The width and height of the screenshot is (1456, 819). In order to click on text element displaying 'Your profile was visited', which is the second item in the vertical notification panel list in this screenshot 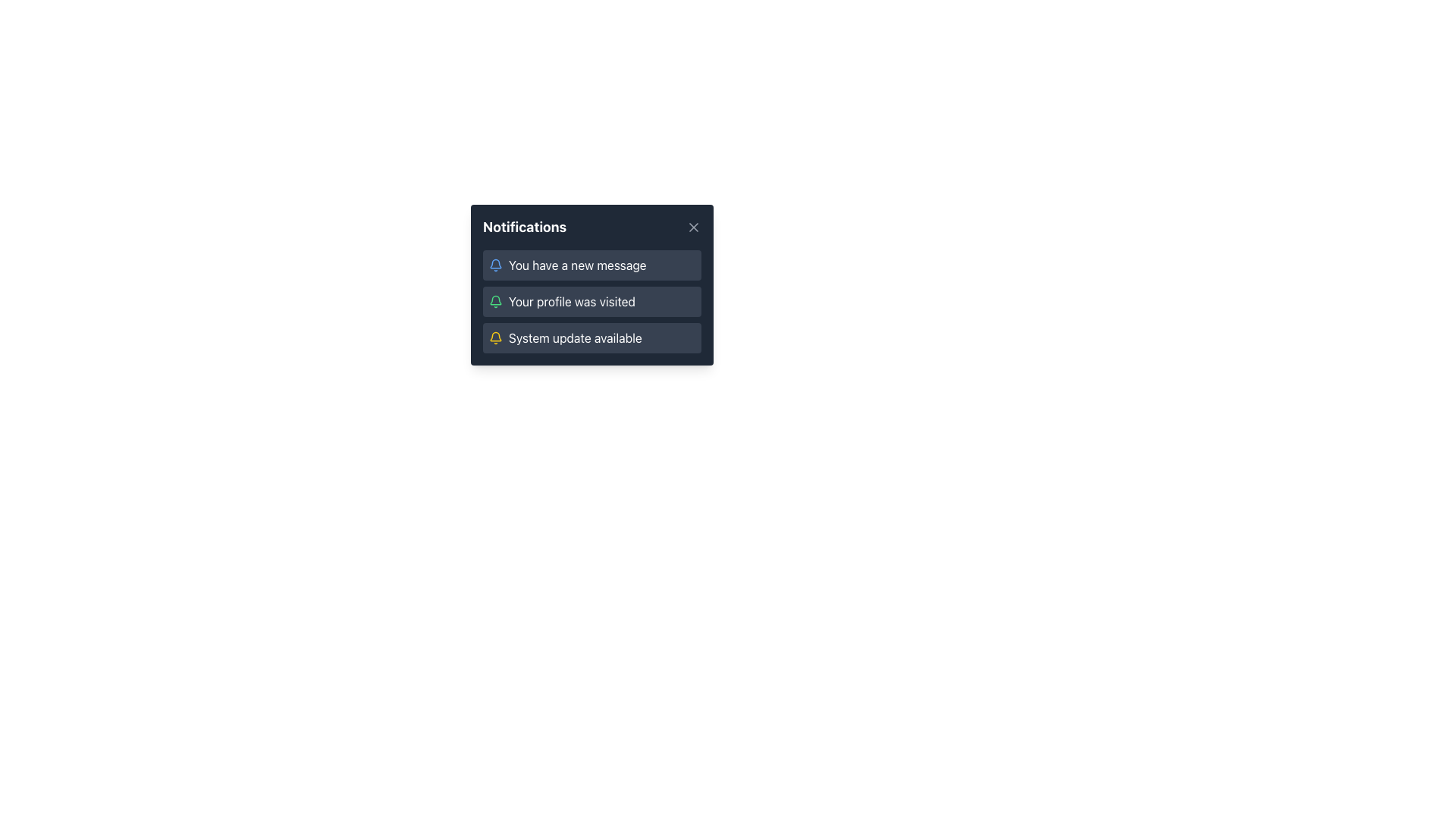, I will do `click(571, 301)`.